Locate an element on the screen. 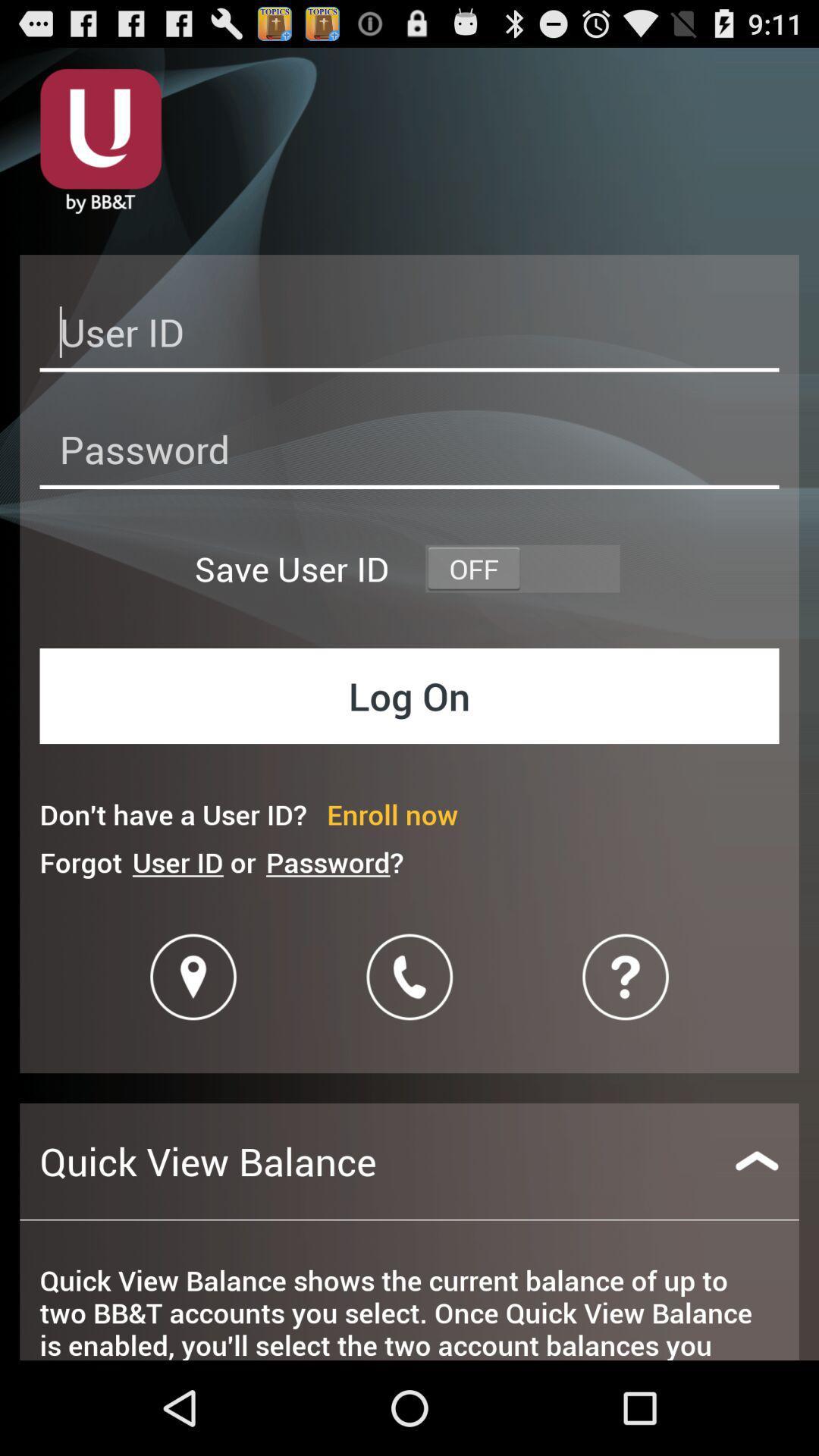 This screenshot has height=1456, width=819. icon below don t have is located at coordinates (334, 862).